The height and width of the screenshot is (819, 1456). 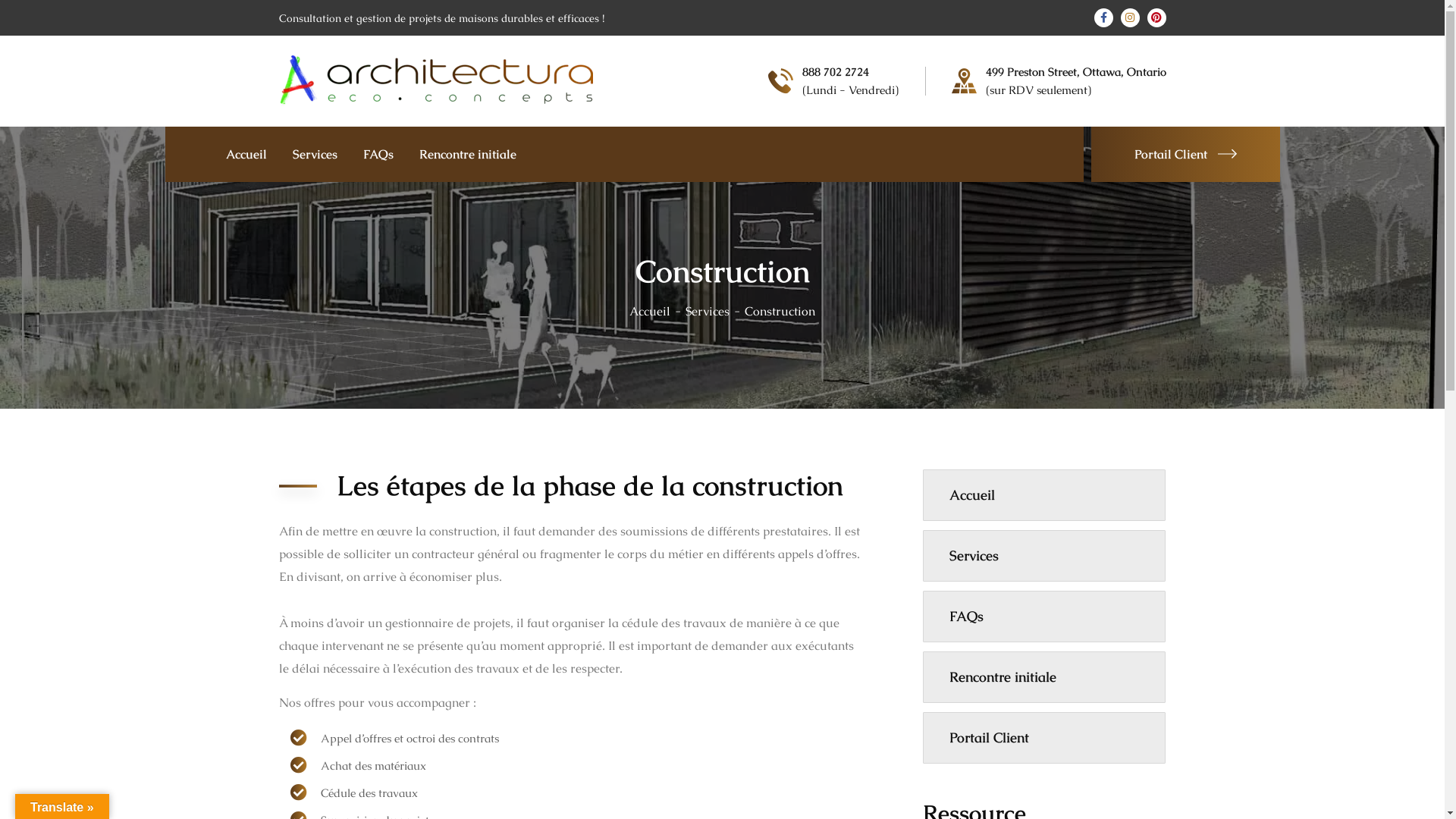 What do you see at coordinates (657, 310) in the screenshot?
I see `'Accueil'` at bounding box center [657, 310].